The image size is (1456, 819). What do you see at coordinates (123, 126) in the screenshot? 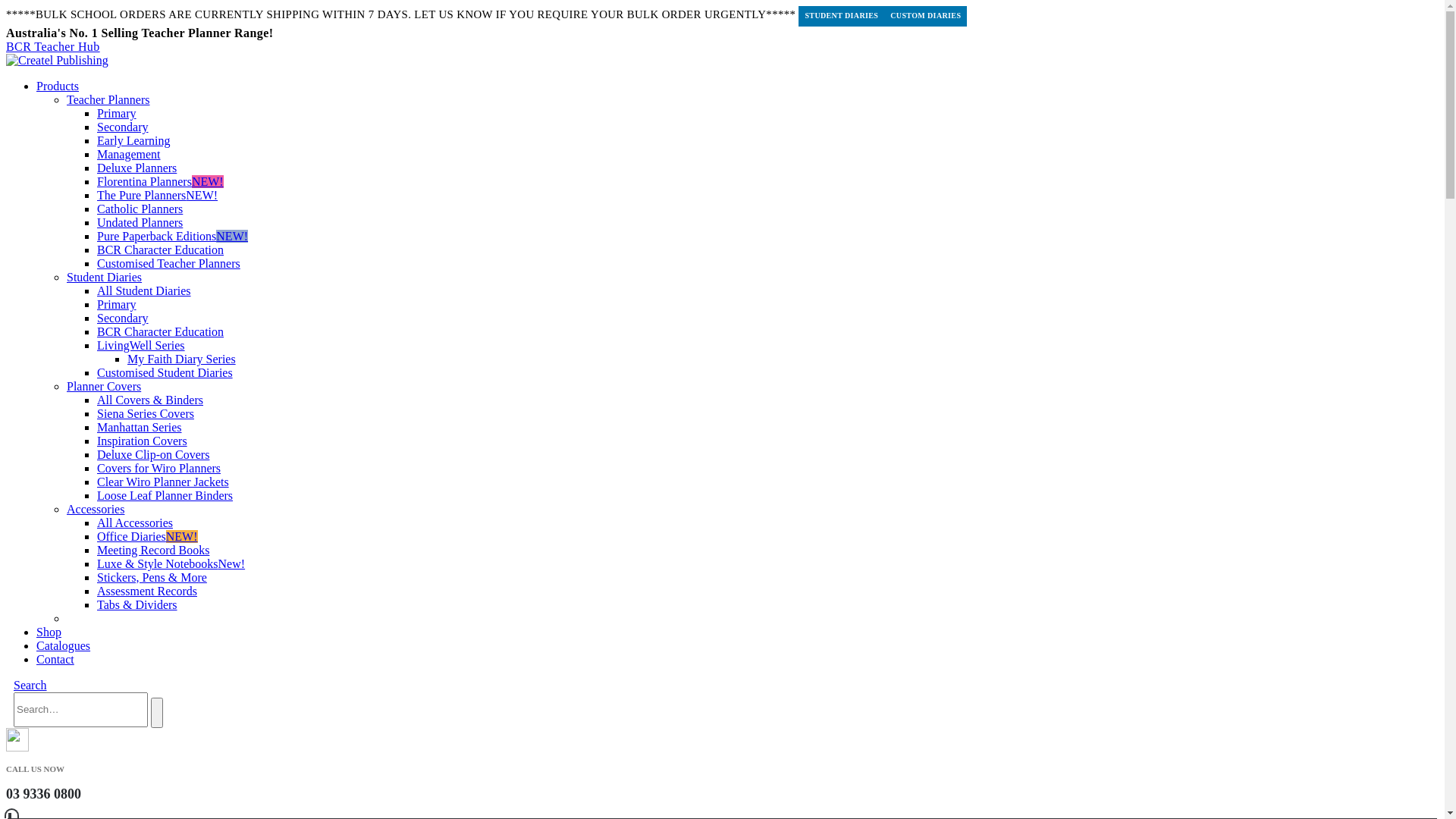
I see `'Secondary'` at bounding box center [123, 126].